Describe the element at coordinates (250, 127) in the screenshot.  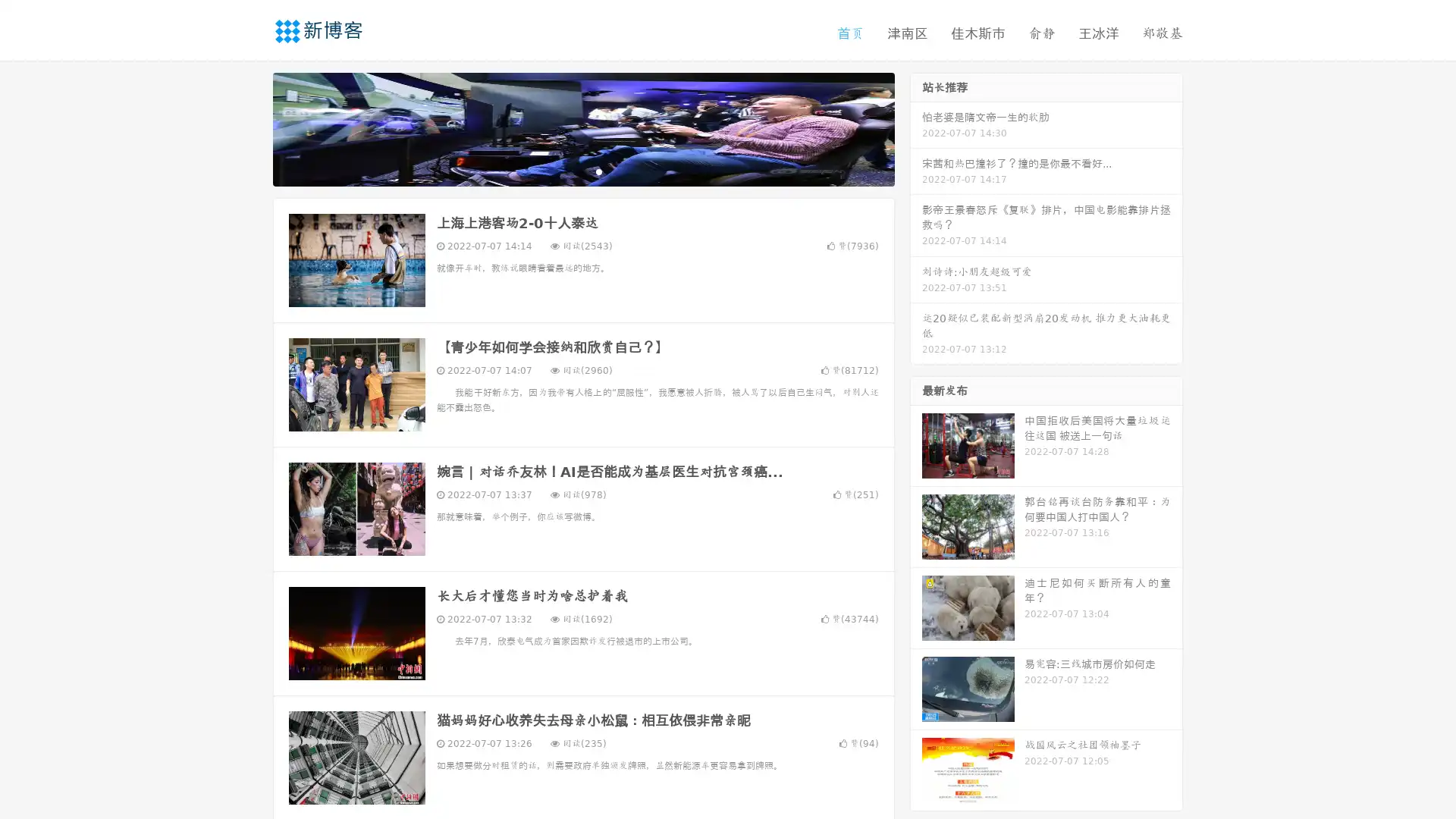
I see `Previous slide` at that location.